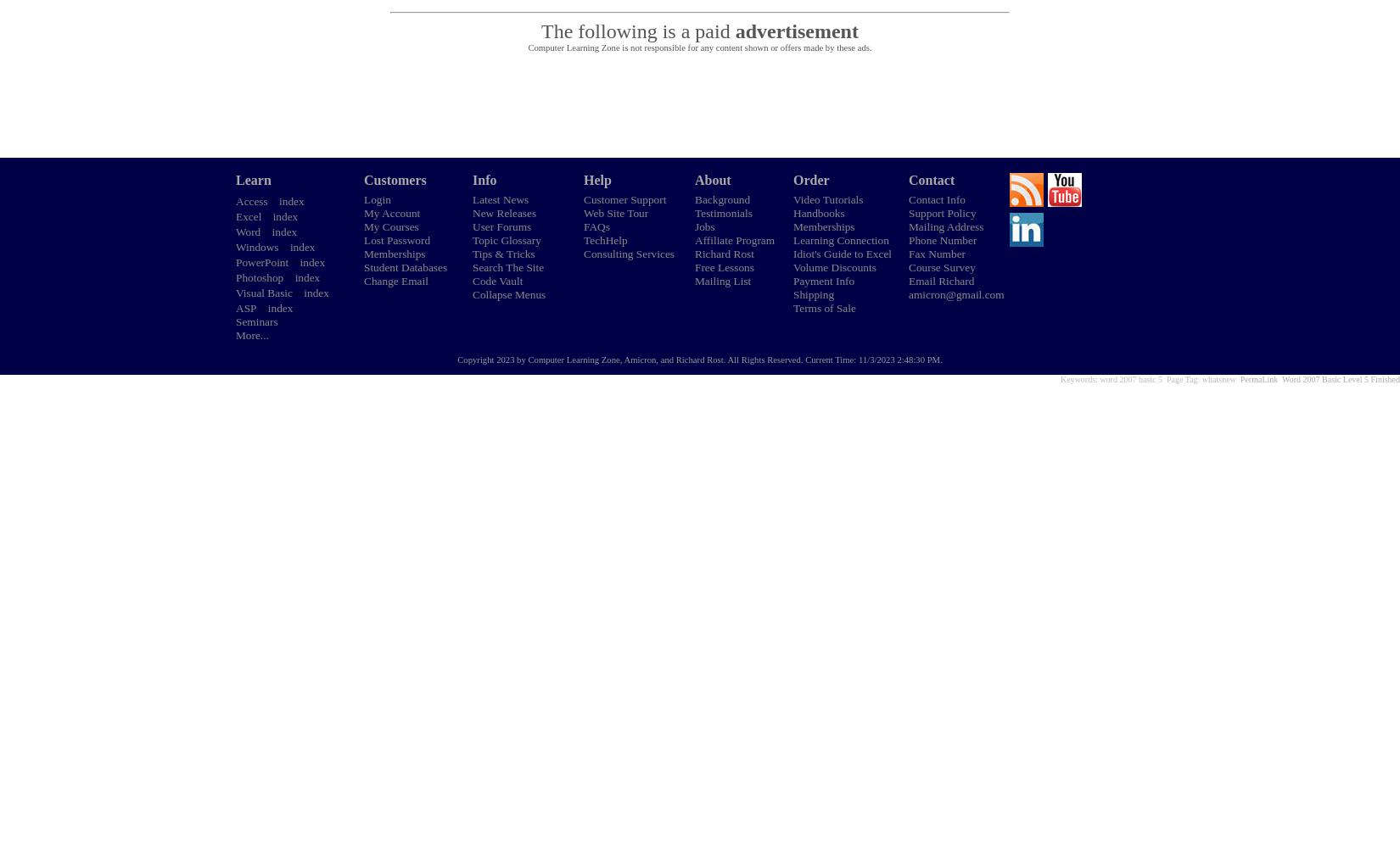  I want to click on 'amicron@gmail.com', so click(955, 293).